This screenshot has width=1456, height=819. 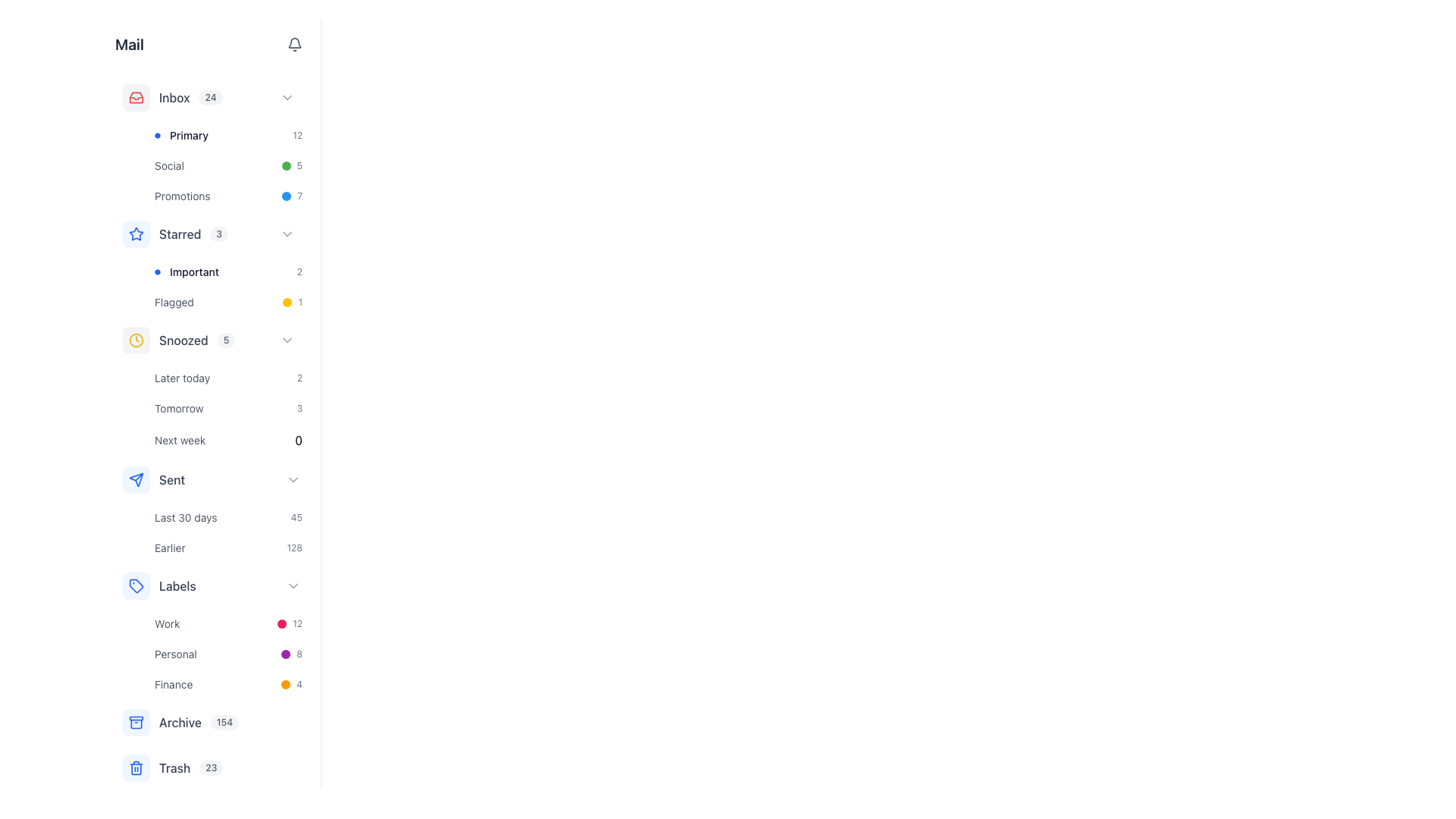 What do you see at coordinates (211, 585) in the screenshot?
I see `the center of the 'Labels' button` at bounding box center [211, 585].